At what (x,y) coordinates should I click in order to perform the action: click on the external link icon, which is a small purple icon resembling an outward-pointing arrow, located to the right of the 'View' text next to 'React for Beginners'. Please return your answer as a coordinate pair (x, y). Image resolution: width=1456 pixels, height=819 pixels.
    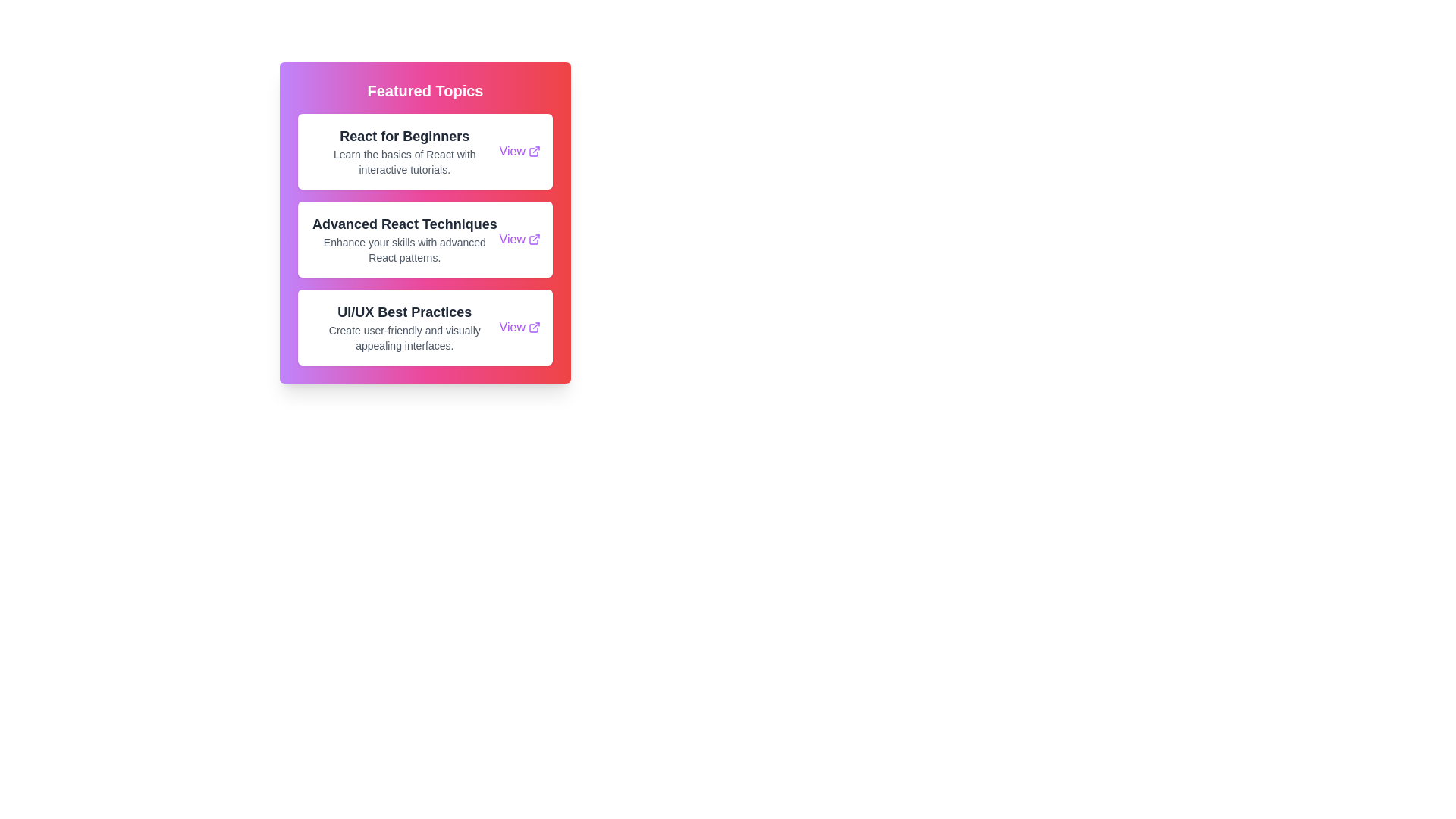
    Looking at the image, I should click on (535, 152).